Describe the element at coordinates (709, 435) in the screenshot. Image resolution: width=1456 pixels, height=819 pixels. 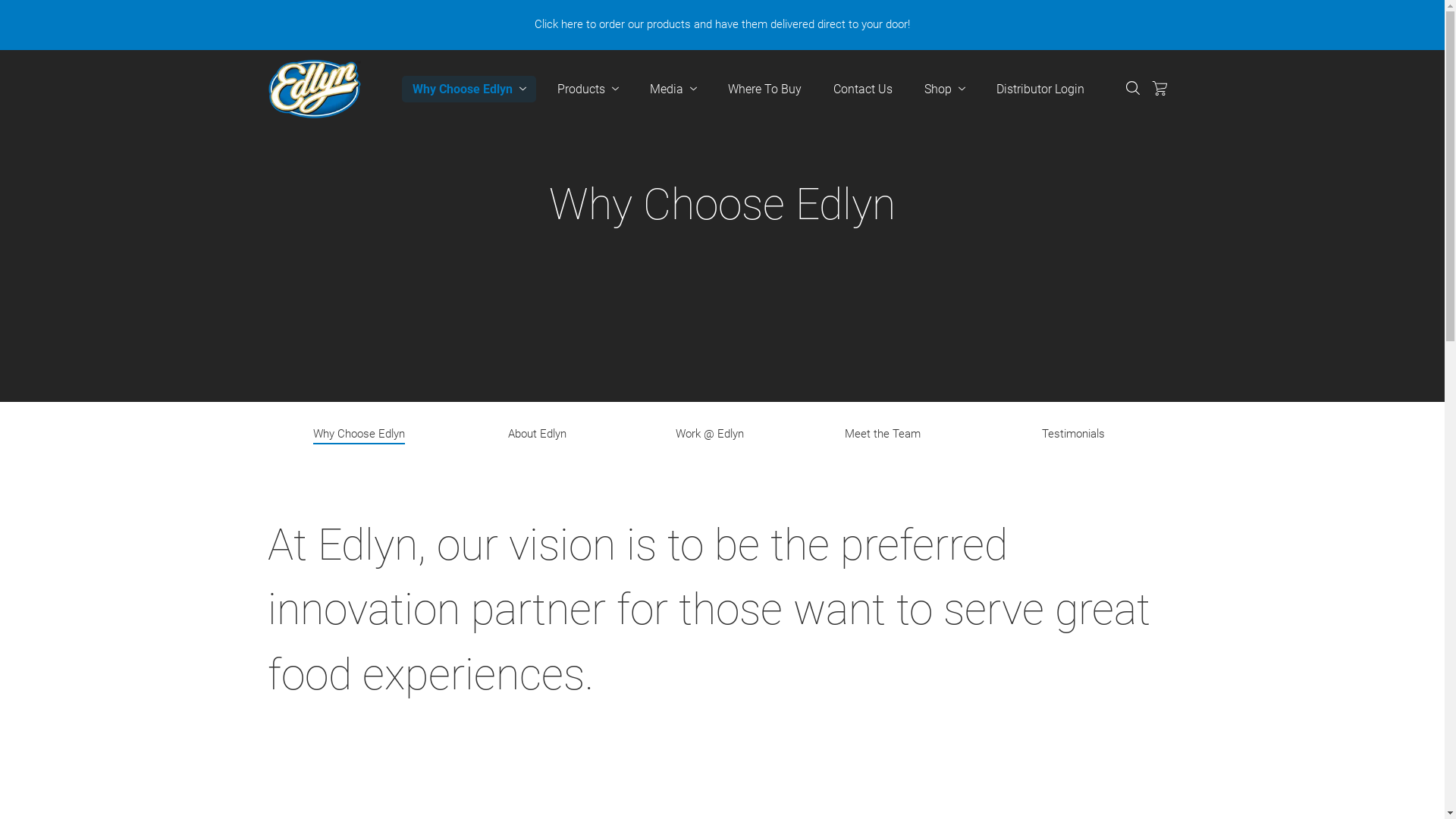
I see `'Work @ Edlyn'` at that location.